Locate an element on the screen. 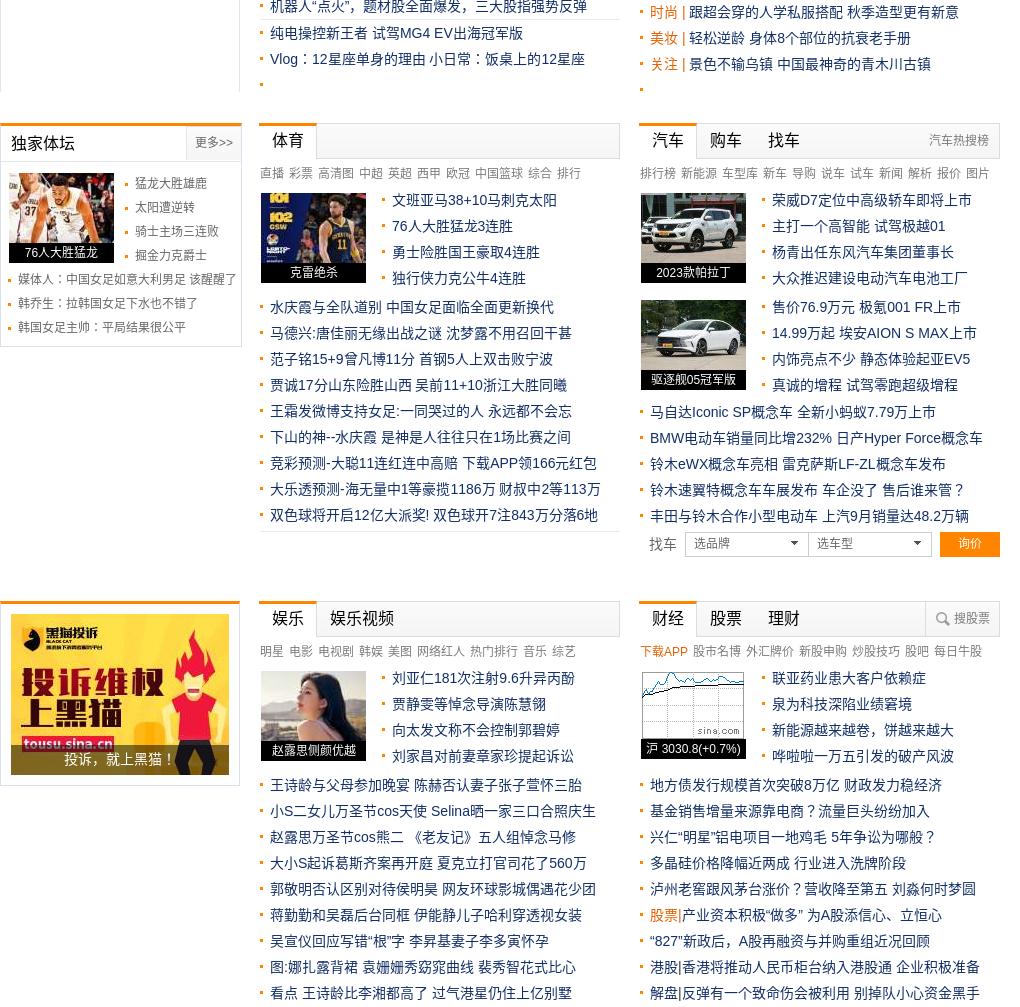 The width and height of the screenshot is (1020, 1007). '产业资本积极“做多” 为A股添信心、立恒心' is located at coordinates (811, 913).